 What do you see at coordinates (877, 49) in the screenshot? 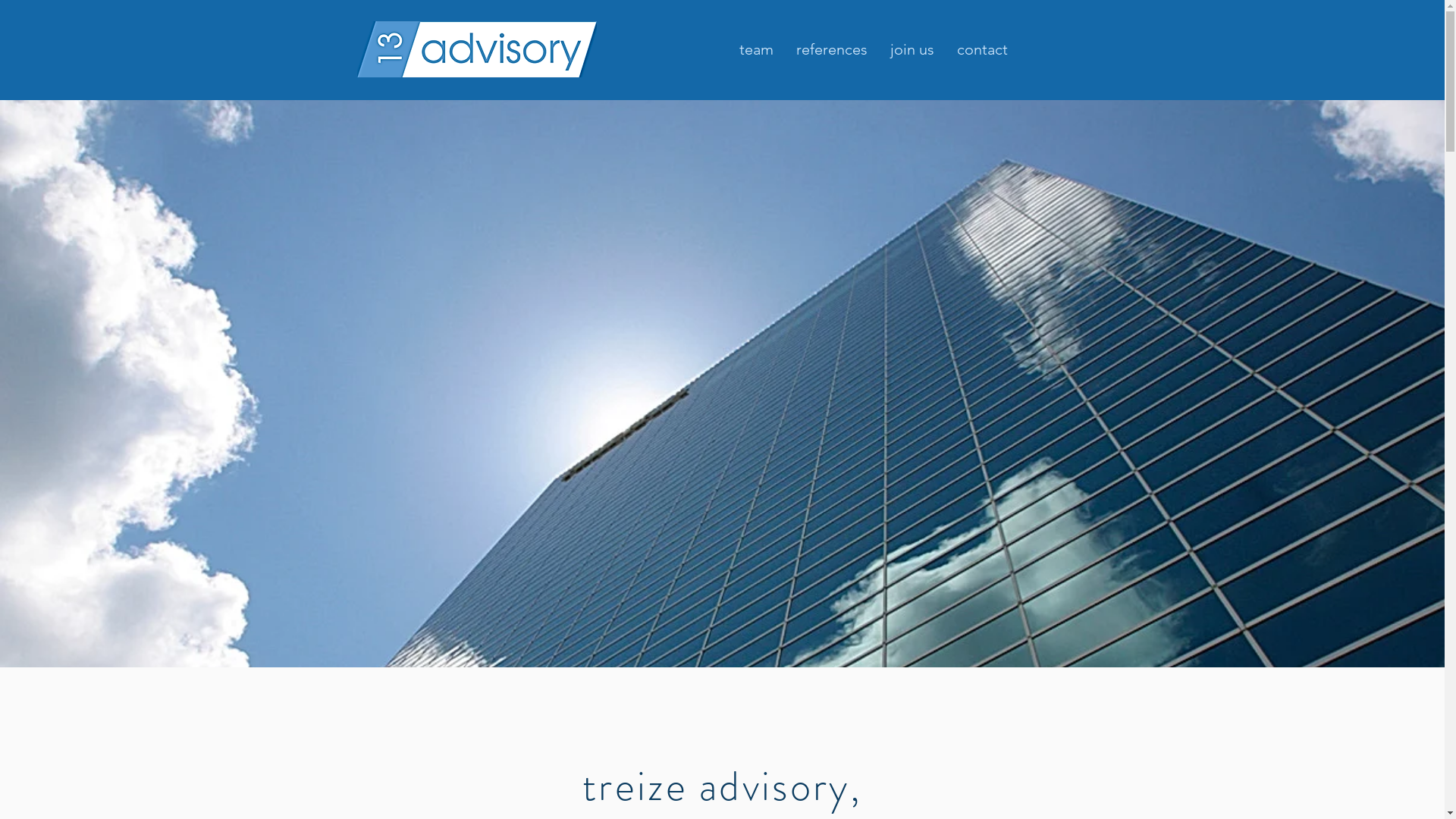
I see `'join us'` at bounding box center [877, 49].